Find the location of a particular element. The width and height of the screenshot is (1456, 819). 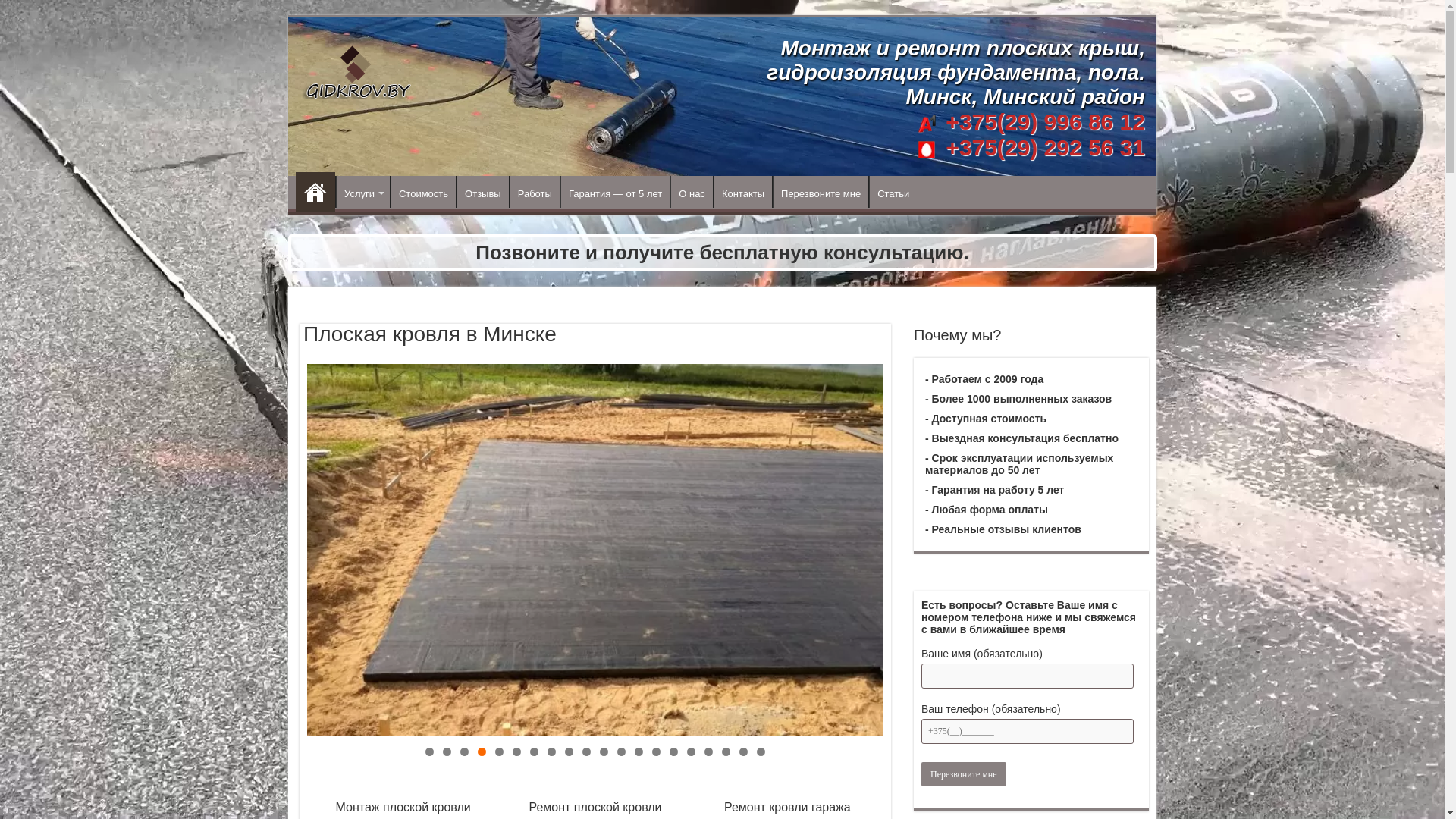

'14' is located at coordinates (656, 752).